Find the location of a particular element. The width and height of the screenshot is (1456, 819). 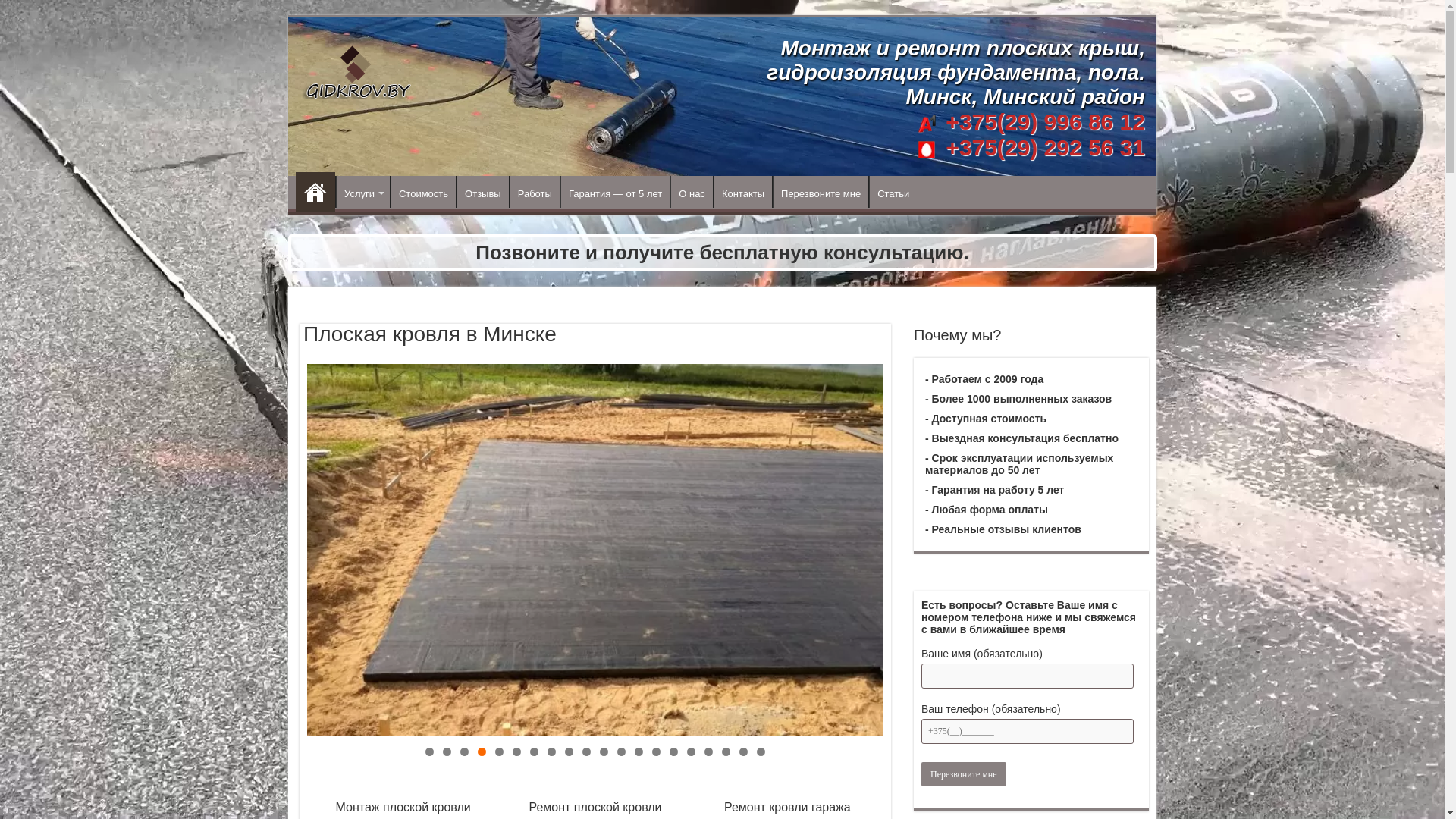

'14' is located at coordinates (656, 752).